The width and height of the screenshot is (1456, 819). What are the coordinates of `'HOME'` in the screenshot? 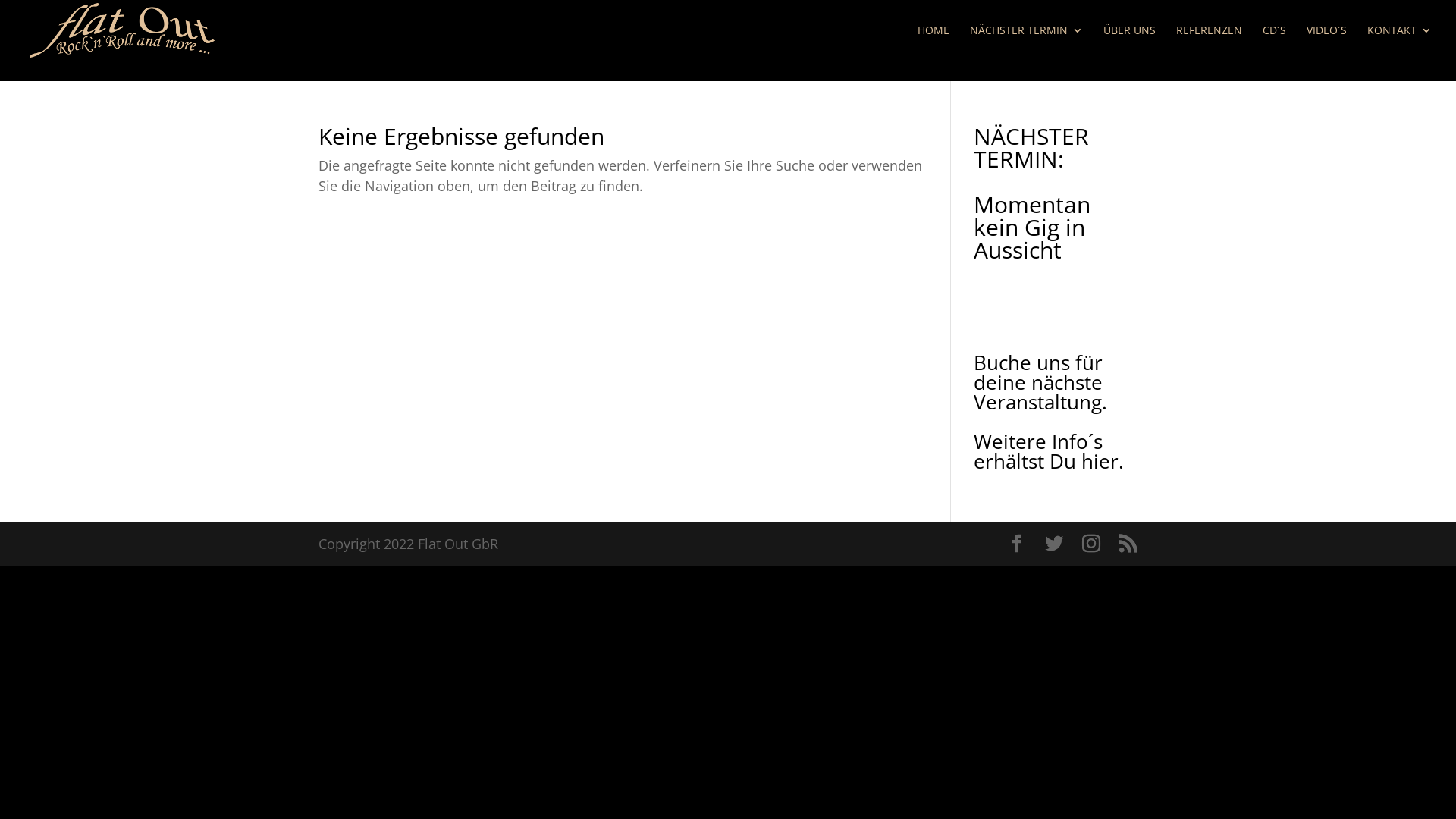 It's located at (932, 42).